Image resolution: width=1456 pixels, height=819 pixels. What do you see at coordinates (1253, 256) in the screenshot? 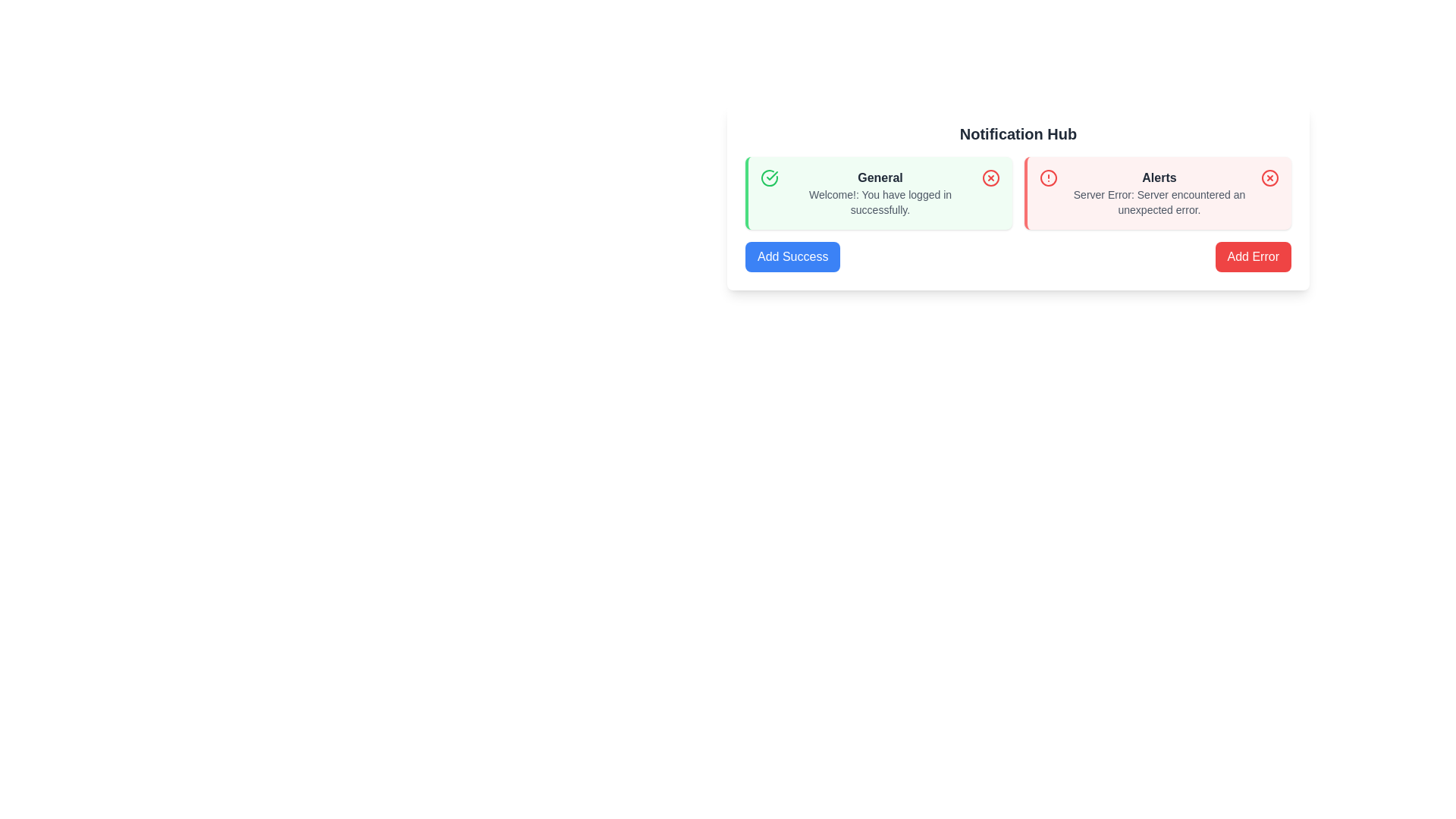
I see `the 'Add Error' button, which is a rectangular button with a red background and white text, located in the 'Notification Hub' region to the right of the 'Add Success' button` at bounding box center [1253, 256].